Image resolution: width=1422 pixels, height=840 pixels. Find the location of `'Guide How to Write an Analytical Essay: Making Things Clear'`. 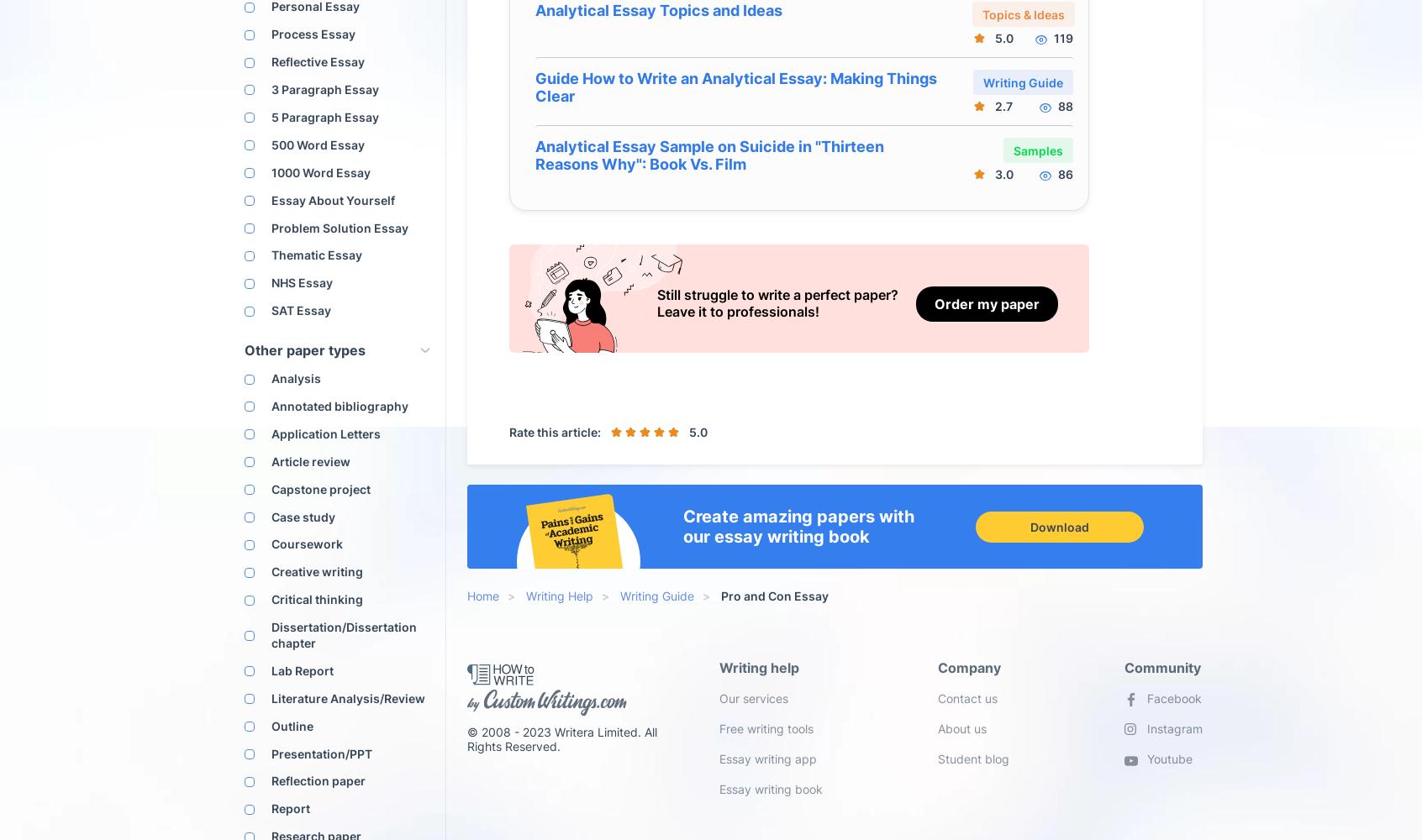

'Guide How to Write an Analytical Essay: Making Things Clear' is located at coordinates (735, 87).